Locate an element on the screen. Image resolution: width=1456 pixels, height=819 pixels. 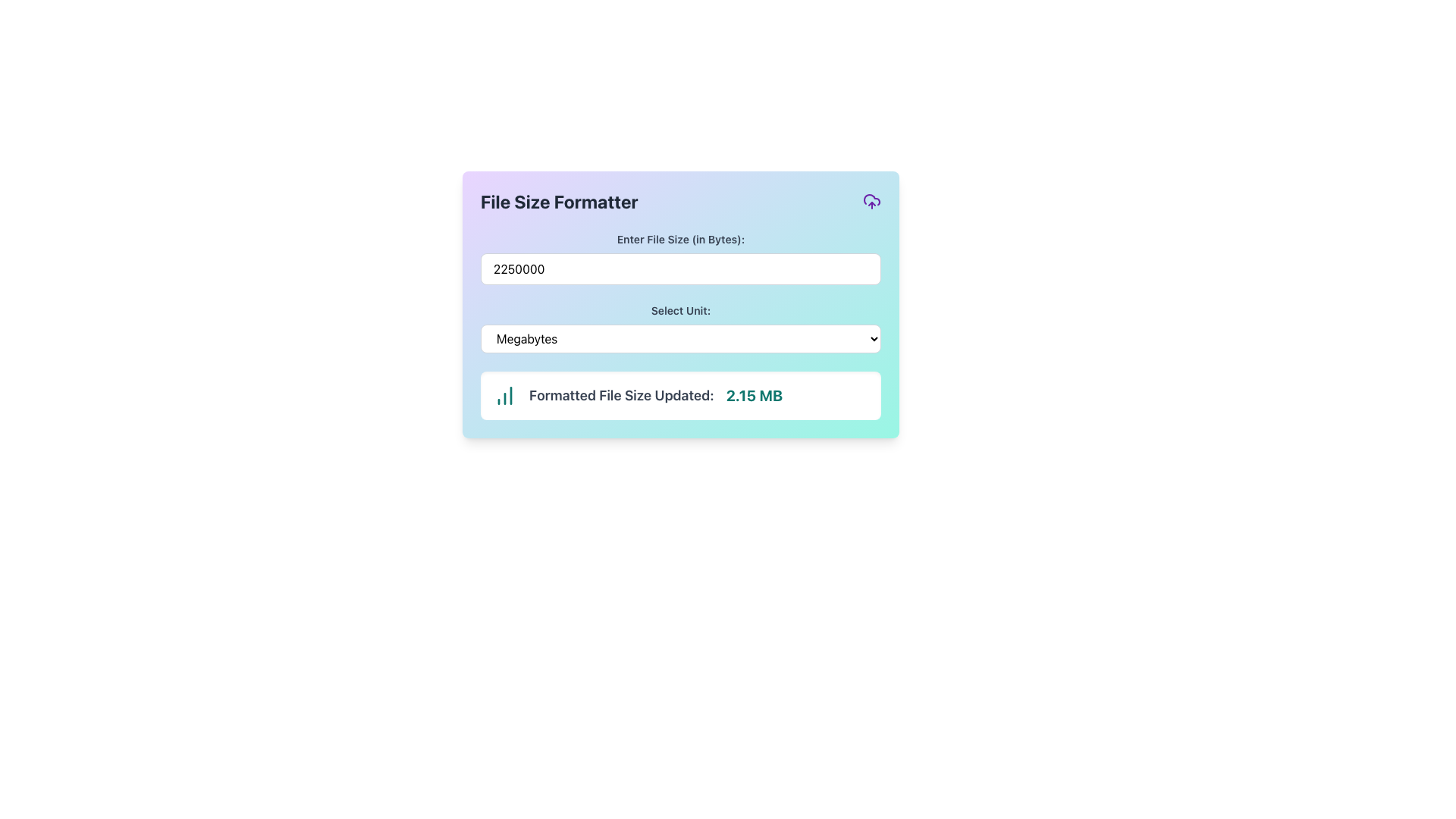
the dropdown selection box labeled 'Select Unit:' is located at coordinates (679, 338).